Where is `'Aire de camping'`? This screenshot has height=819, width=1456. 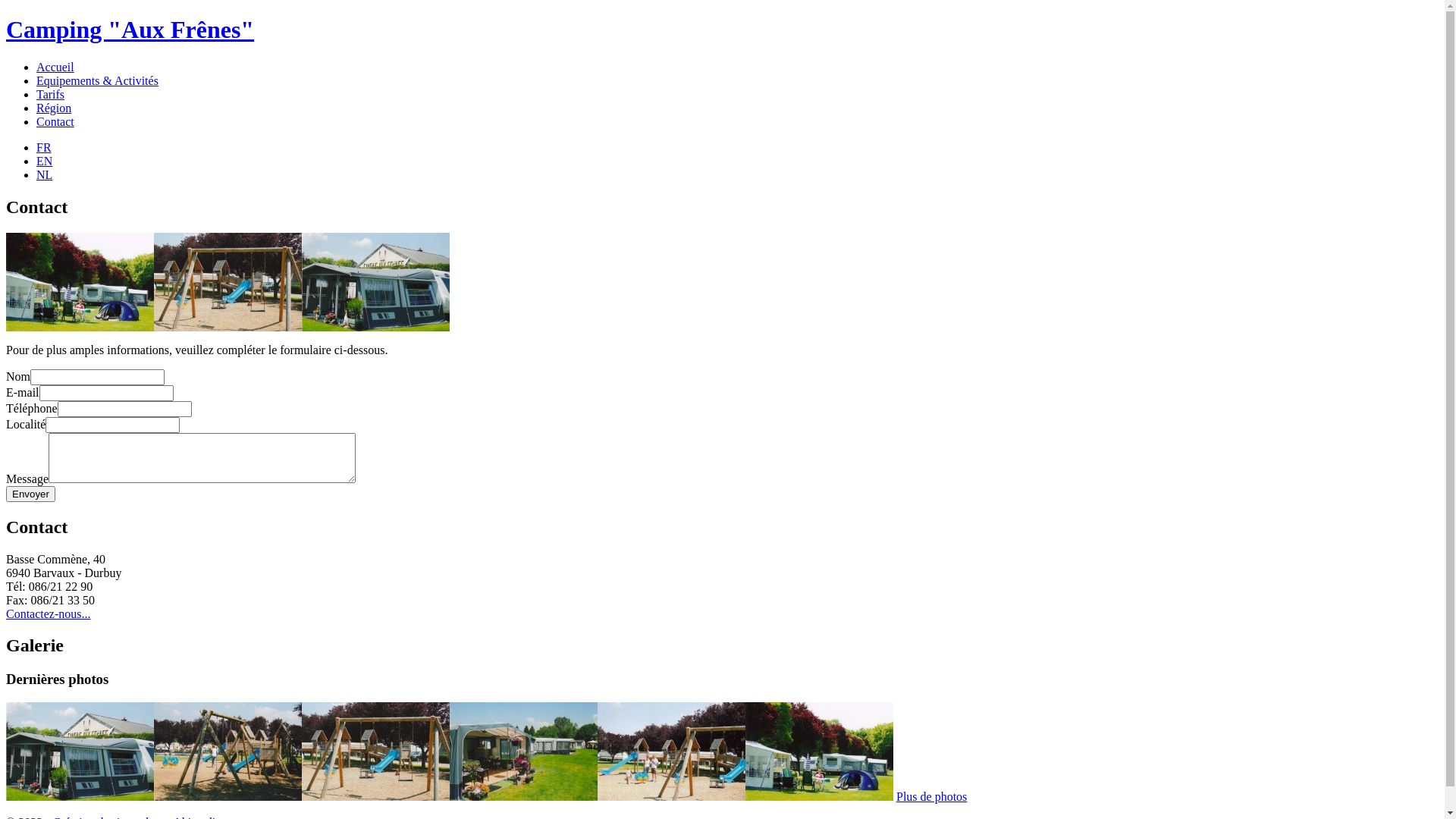 'Aire de camping' is located at coordinates (6, 795).